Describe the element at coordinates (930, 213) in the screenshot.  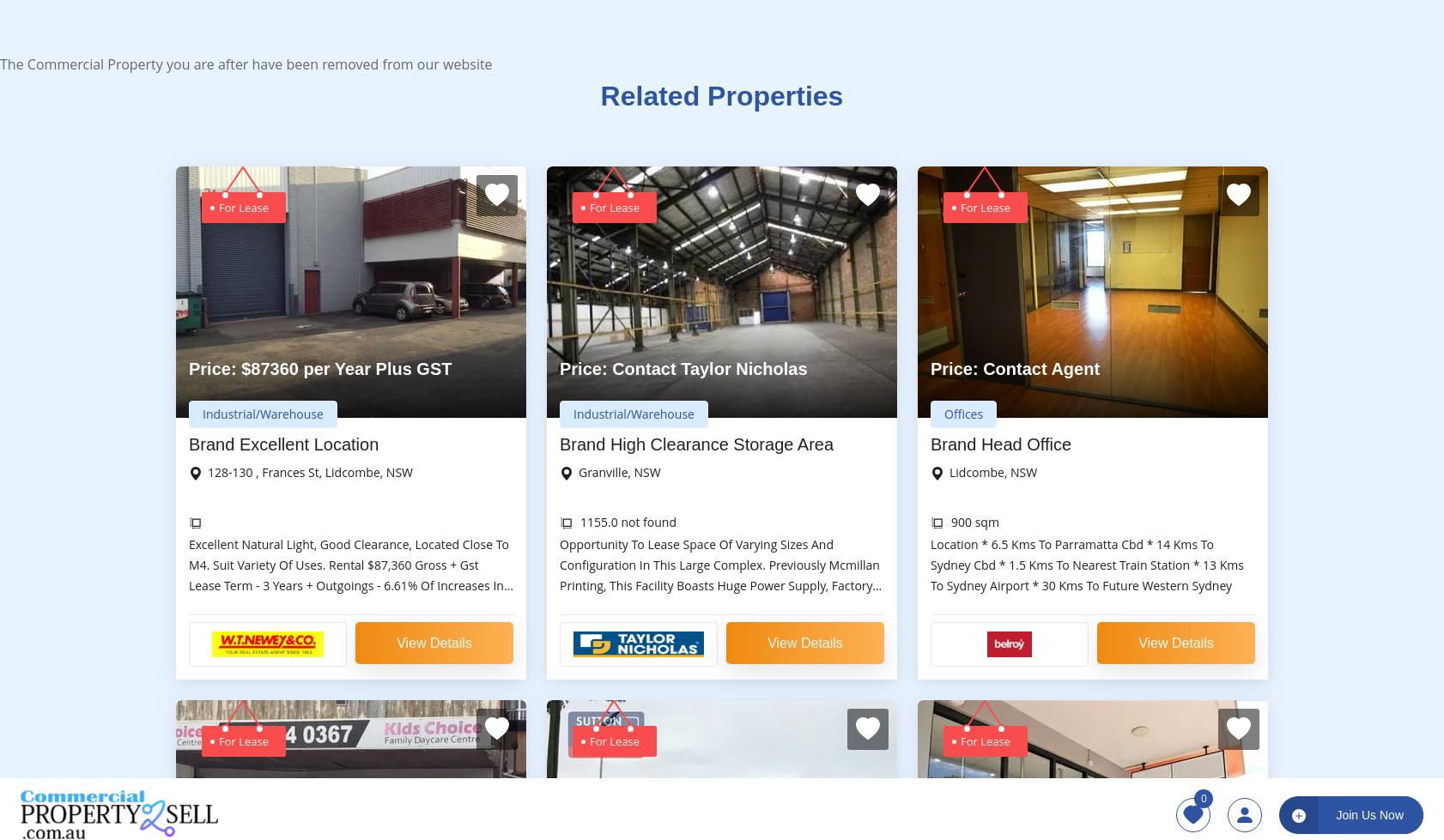
I see `'Brand Fully Fitted & Partitioned Officeshop Facing Parramatta Rd!'` at that location.